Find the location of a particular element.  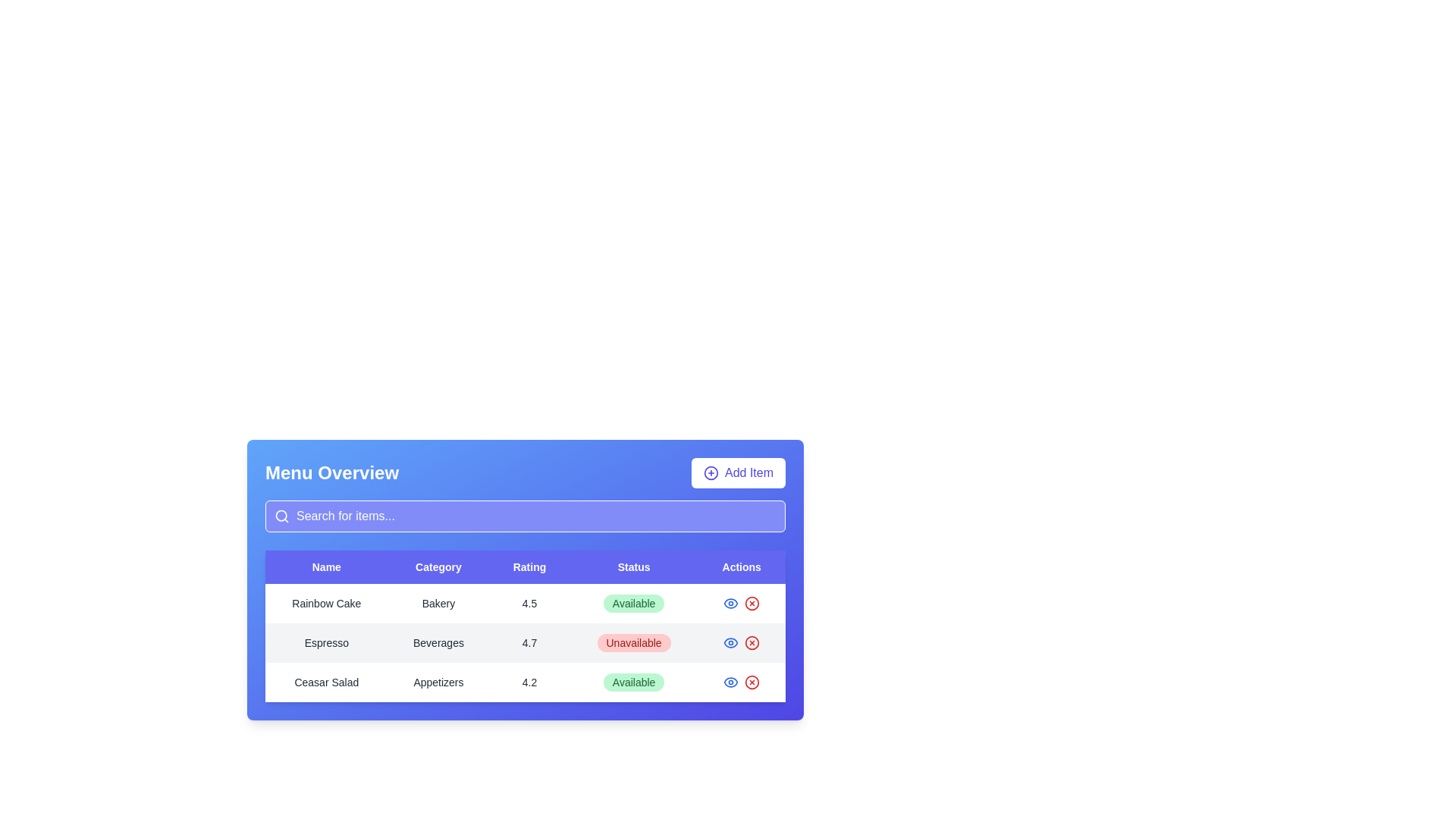

the delete icon button located as the third interactive icon in the 'Actions' column of the 'Caesar Salad' row in the table is located at coordinates (752, 681).